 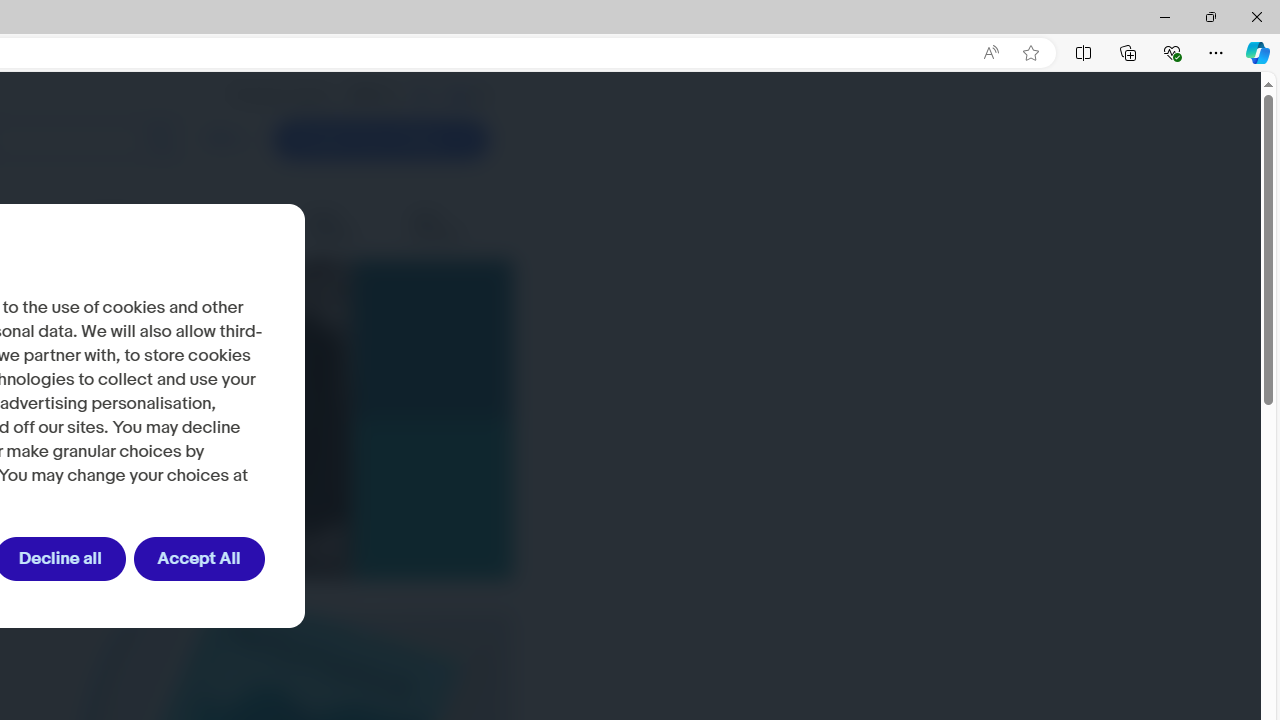 What do you see at coordinates (1171, 51) in the screenshot?
I see `'Browser essentials'` at bounding box center [1171, 51].